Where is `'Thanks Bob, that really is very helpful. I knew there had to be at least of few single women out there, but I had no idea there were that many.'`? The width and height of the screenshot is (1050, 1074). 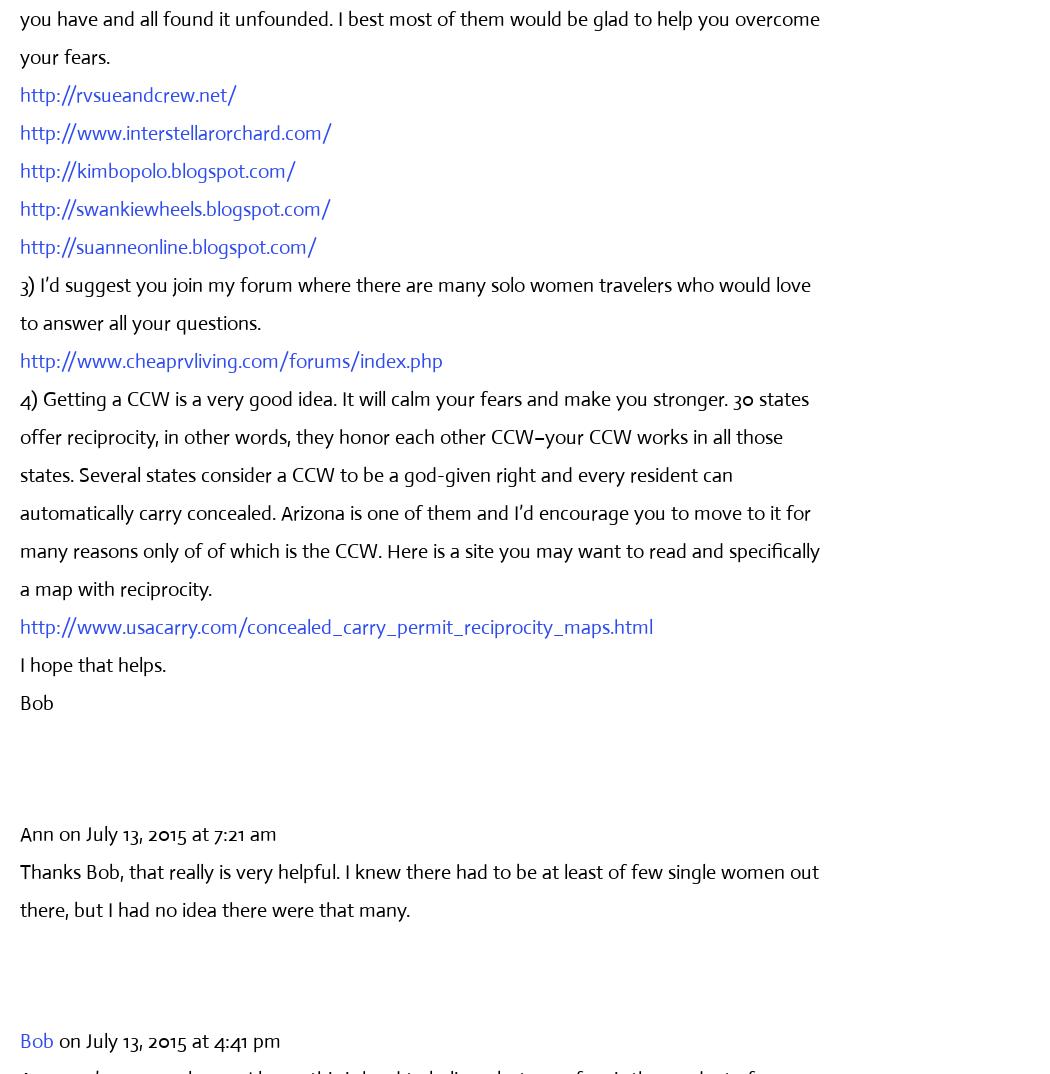
'Thanks Bob, that really is very helpful. I knew there had to be at least of few single women out there, but I had no idea there were that many.' is located at coordinates (418, 889).